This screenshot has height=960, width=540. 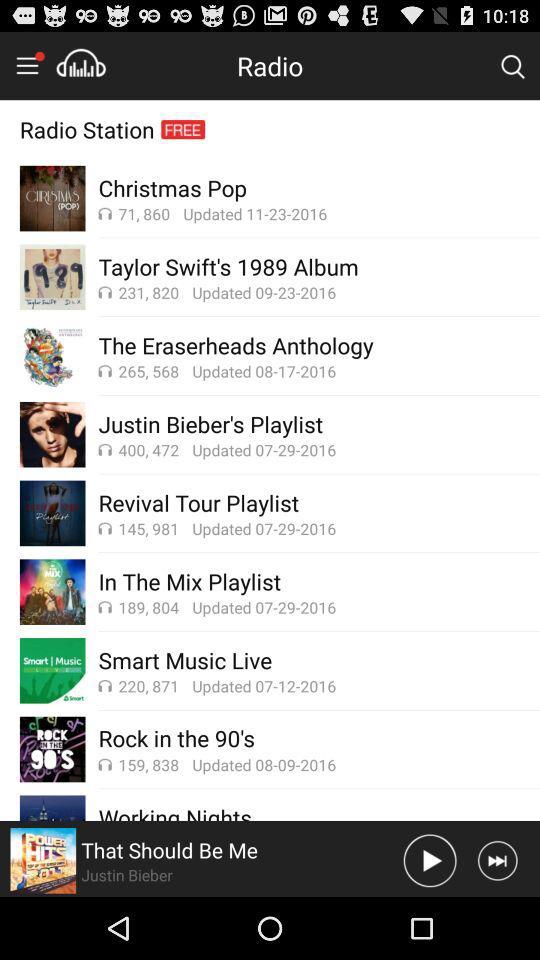 I want to click on this song, so click(x=429, y=859).